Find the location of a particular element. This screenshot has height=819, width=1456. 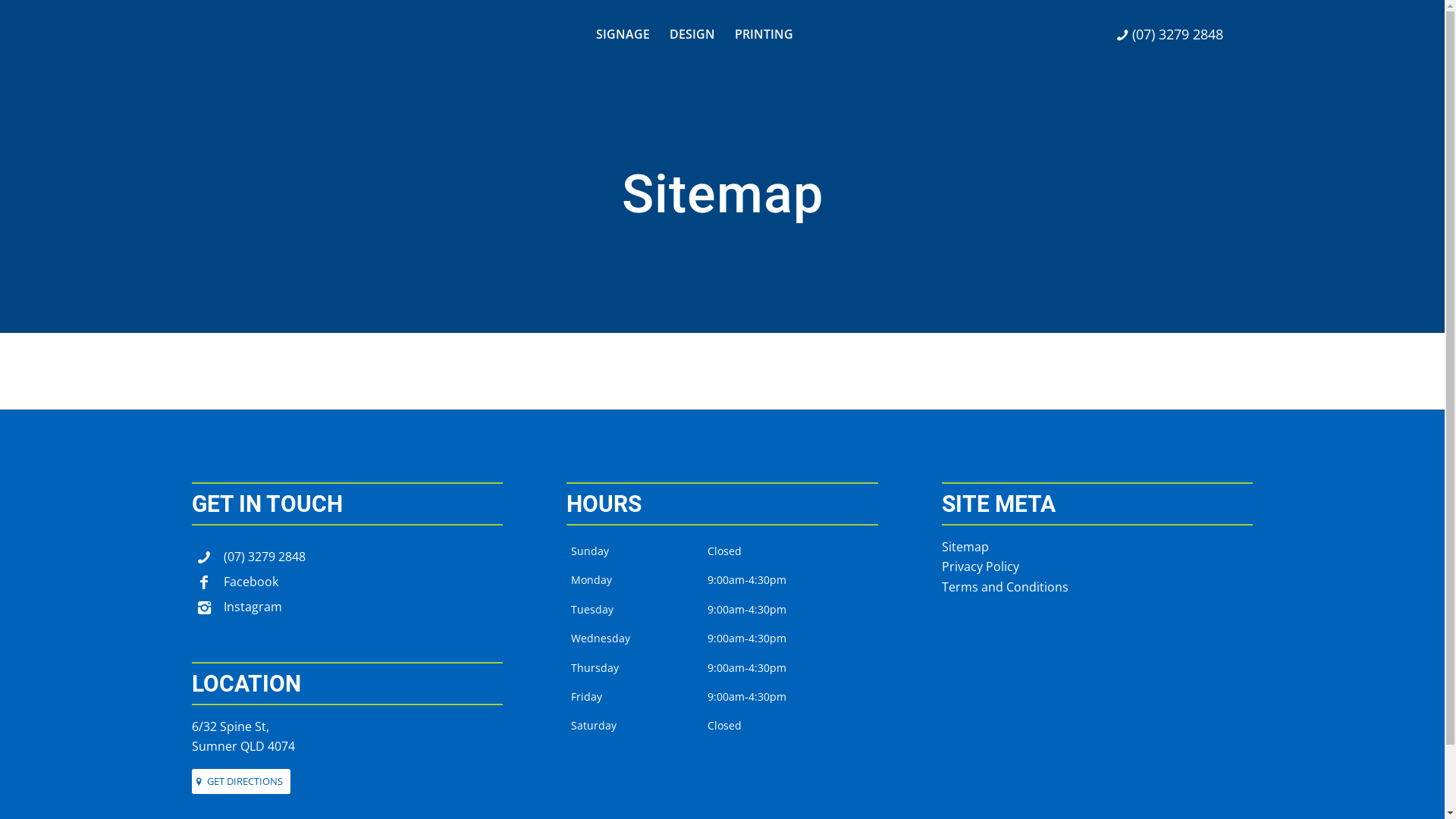

'(07) 3279 2848' is located at coordinates (202, 559).